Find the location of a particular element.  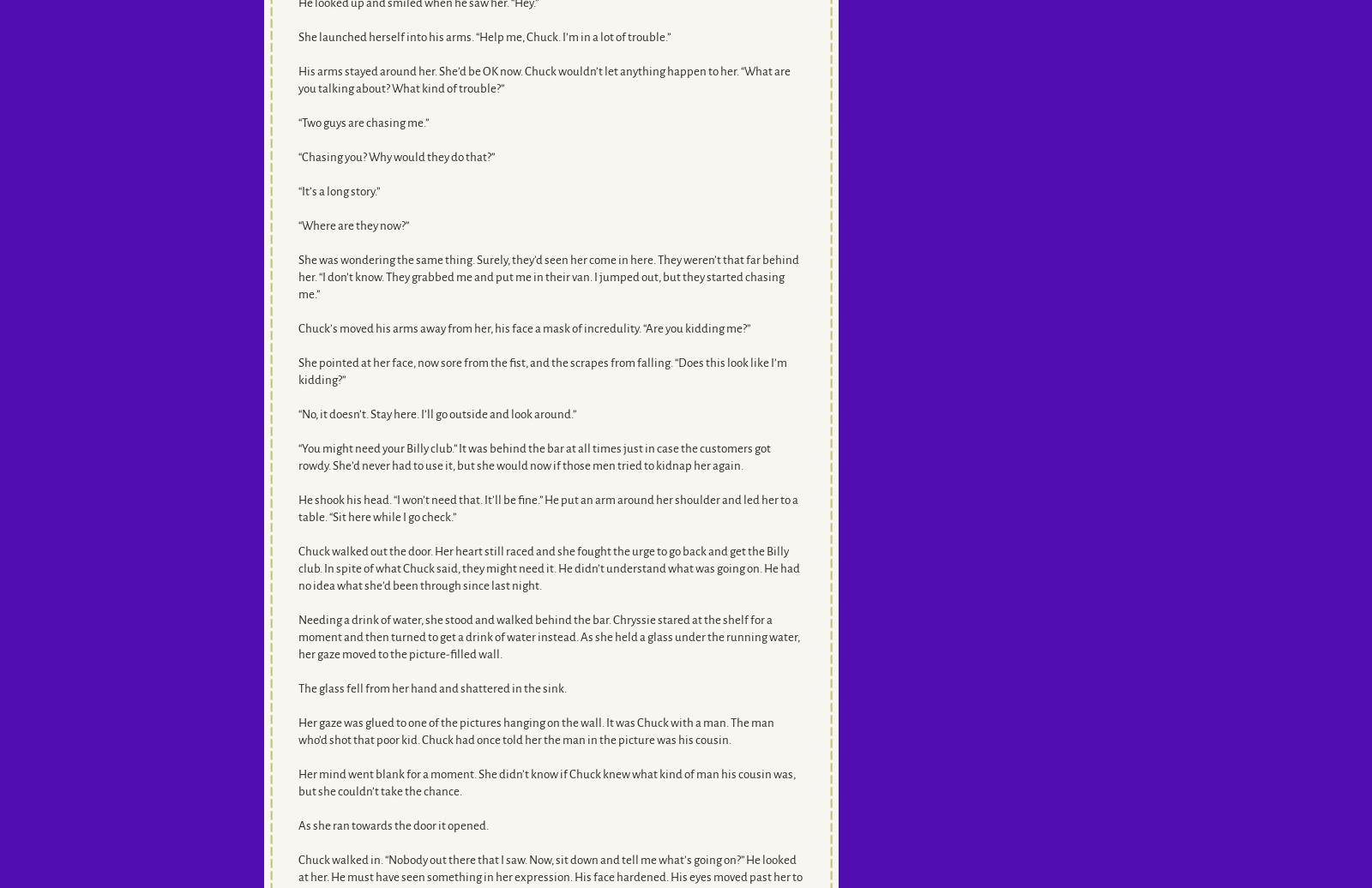

'“Chasing you? Why would they do that?”' is located at coordinates (394, 157).